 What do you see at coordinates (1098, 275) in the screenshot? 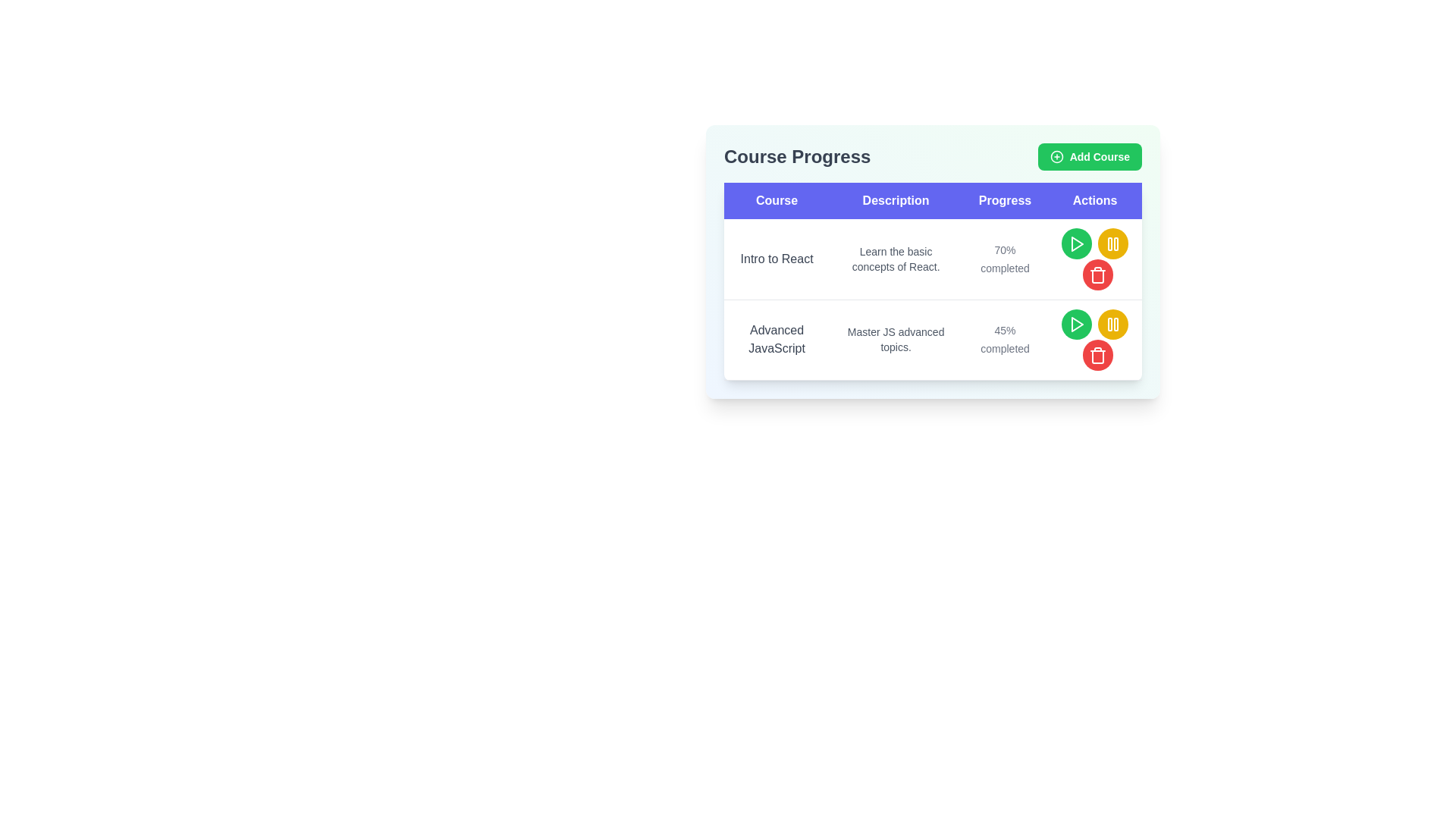
I see `the red circular button with a trash can icon in the 'Actions' column of the first row` at bounding box center [1098, 275].